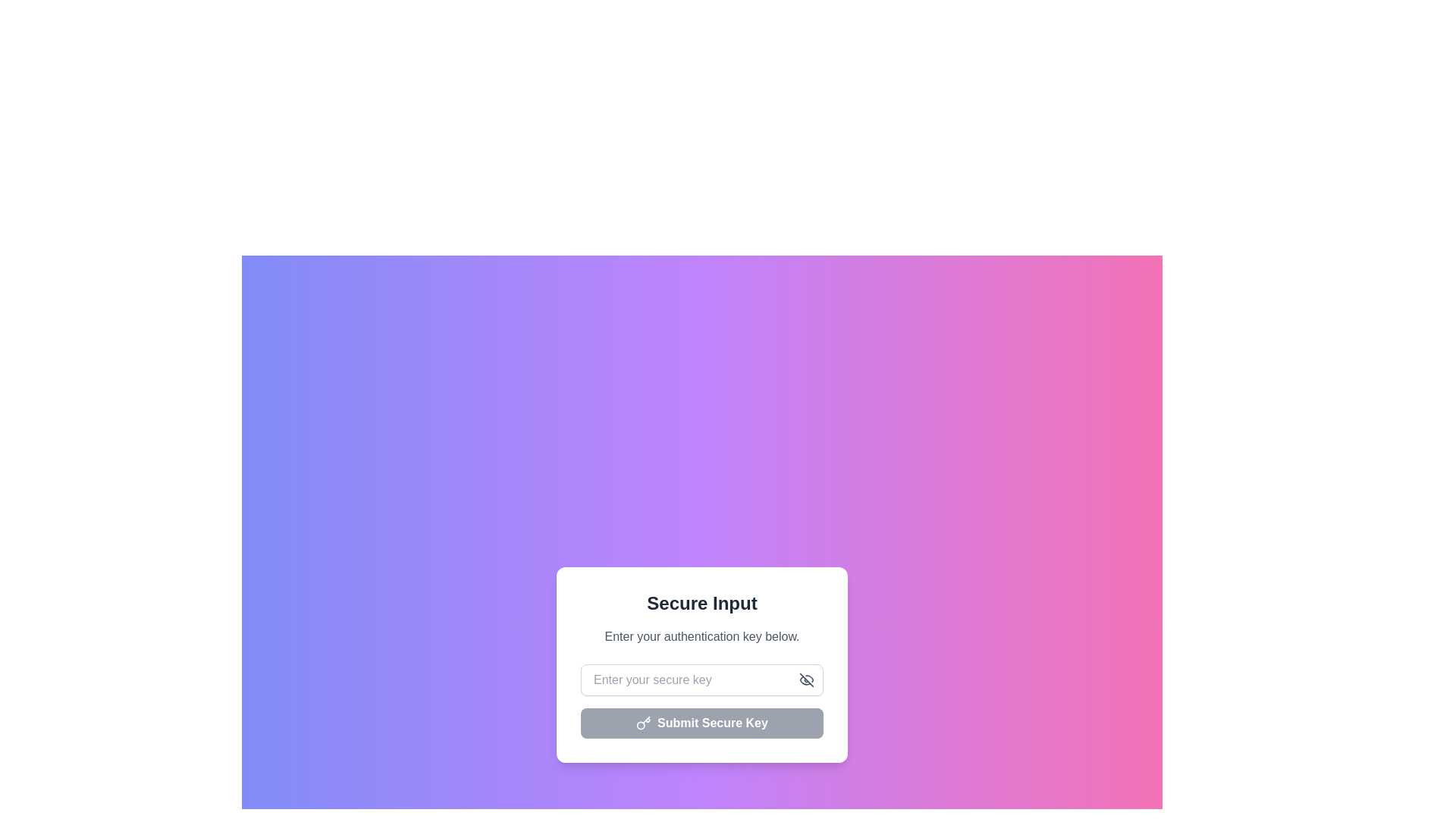 The width and height of the screenshot is (1456, 819). What do you see at coordinates (806, 679) in the screenshot?
I see `the button` at bounding box center [806, 679].